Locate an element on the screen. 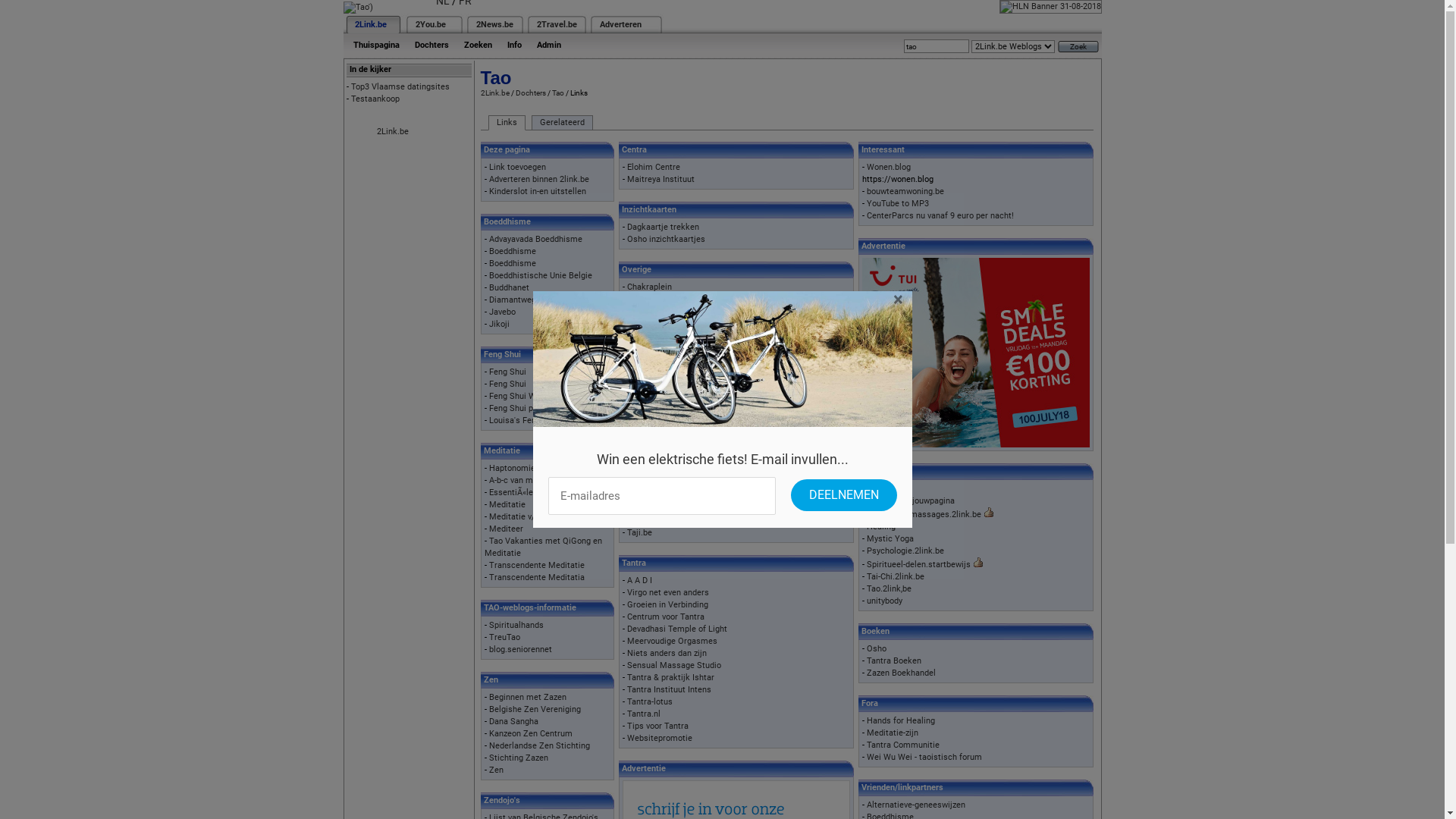 This screenshot has width=1456, height=819. 'Louisa's Feng Shui Site' is located at coordinates (532, 420).